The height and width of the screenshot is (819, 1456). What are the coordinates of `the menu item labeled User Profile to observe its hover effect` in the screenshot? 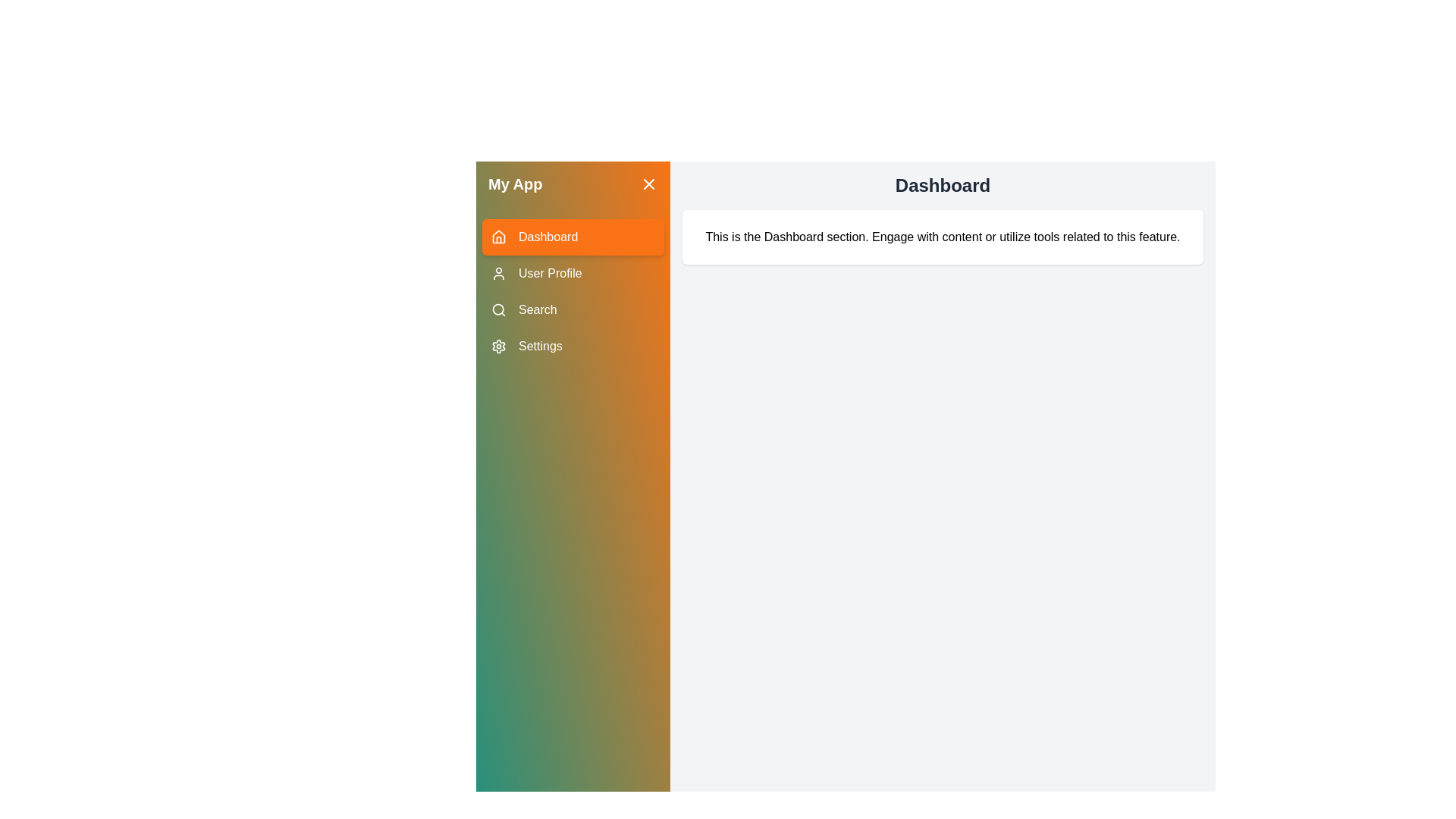 It's located at (572, 274).